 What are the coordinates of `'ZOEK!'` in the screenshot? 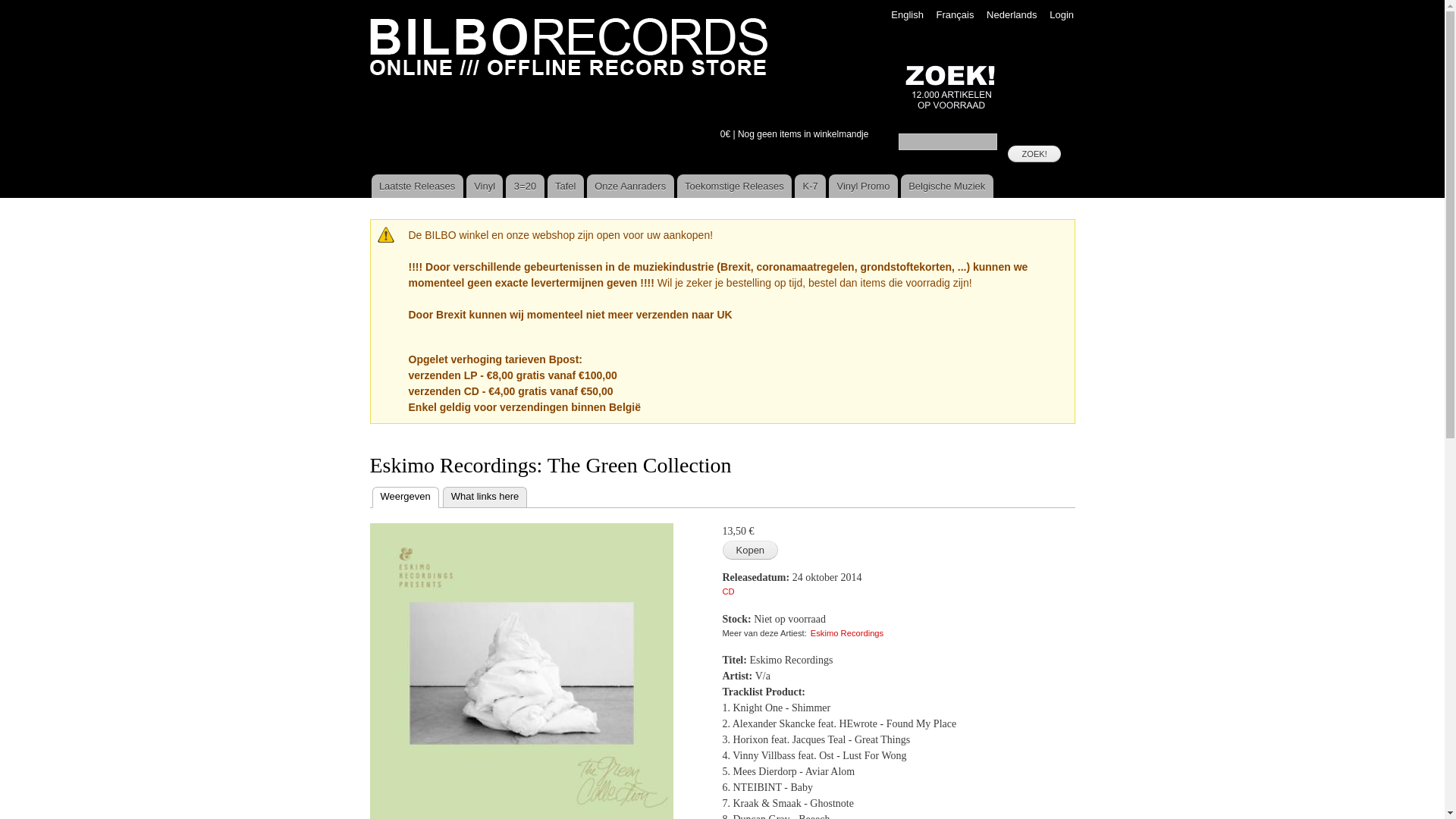 It's located at (1008, 154).